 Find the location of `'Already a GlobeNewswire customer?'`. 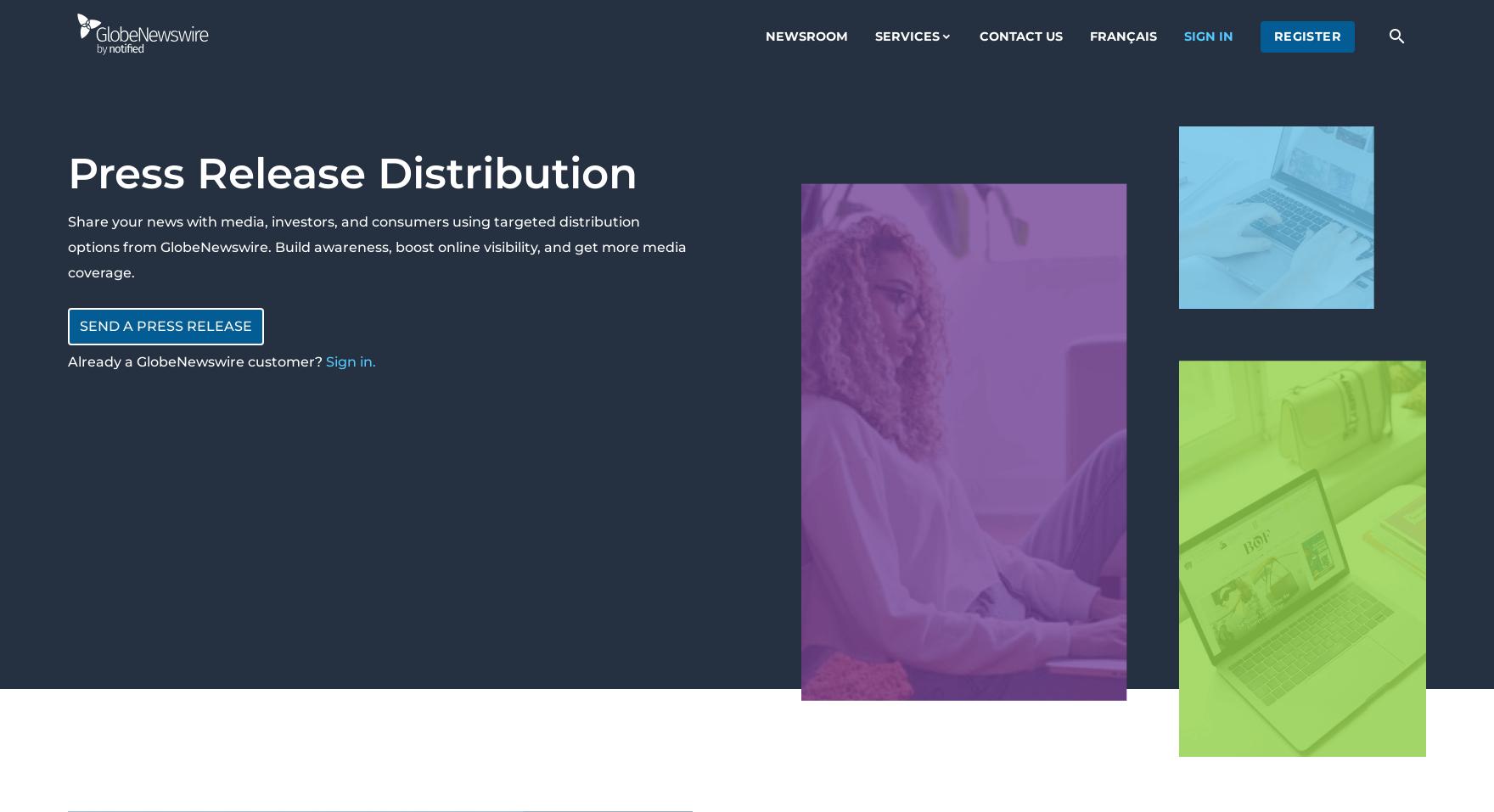

'Already a GlobeNewswire customer?' is located at coordinates (195, 361).